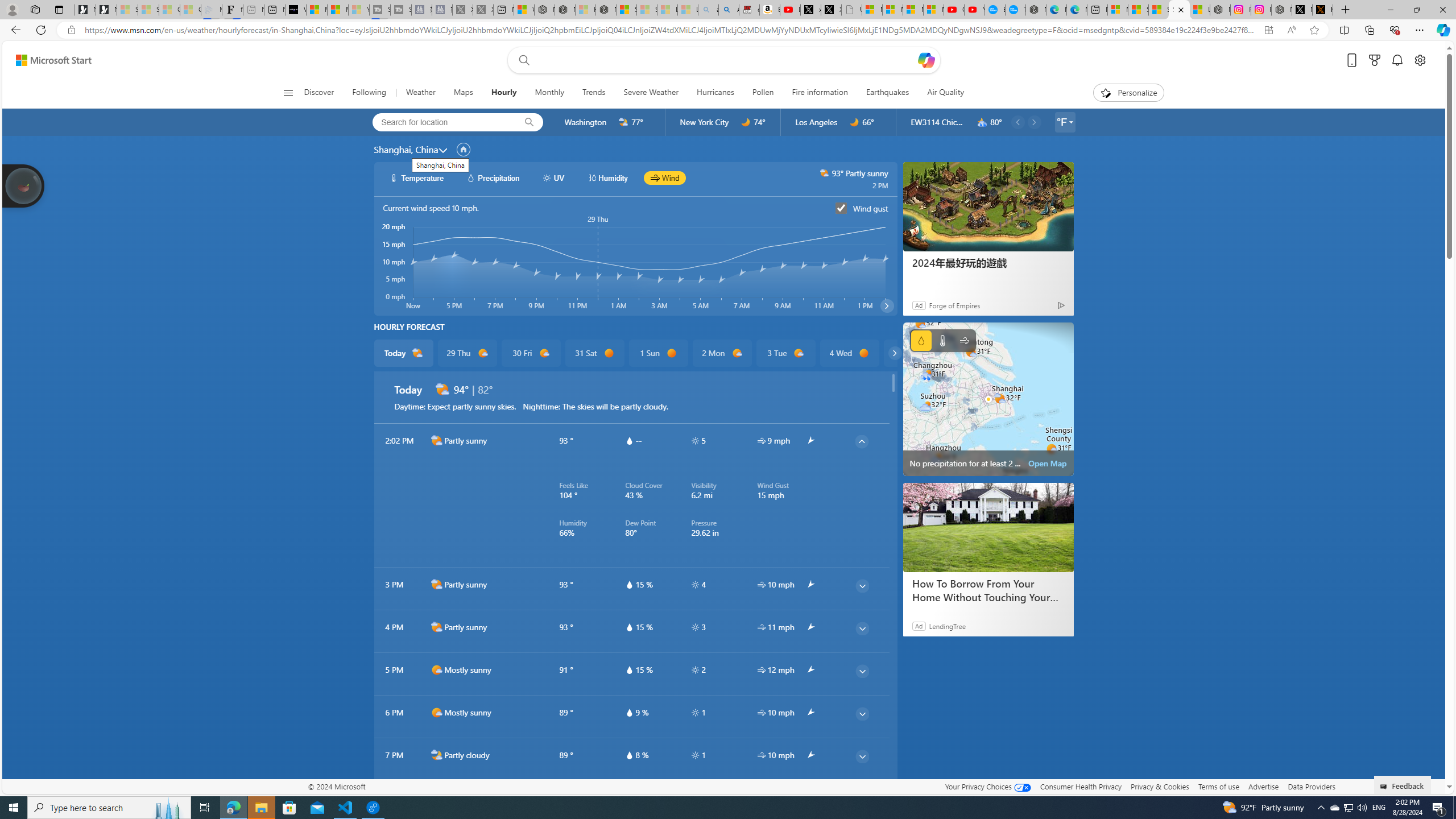 The height and width of the screenshot is (819, 1456). I want to click on 'Pollen', so click(763, 92).